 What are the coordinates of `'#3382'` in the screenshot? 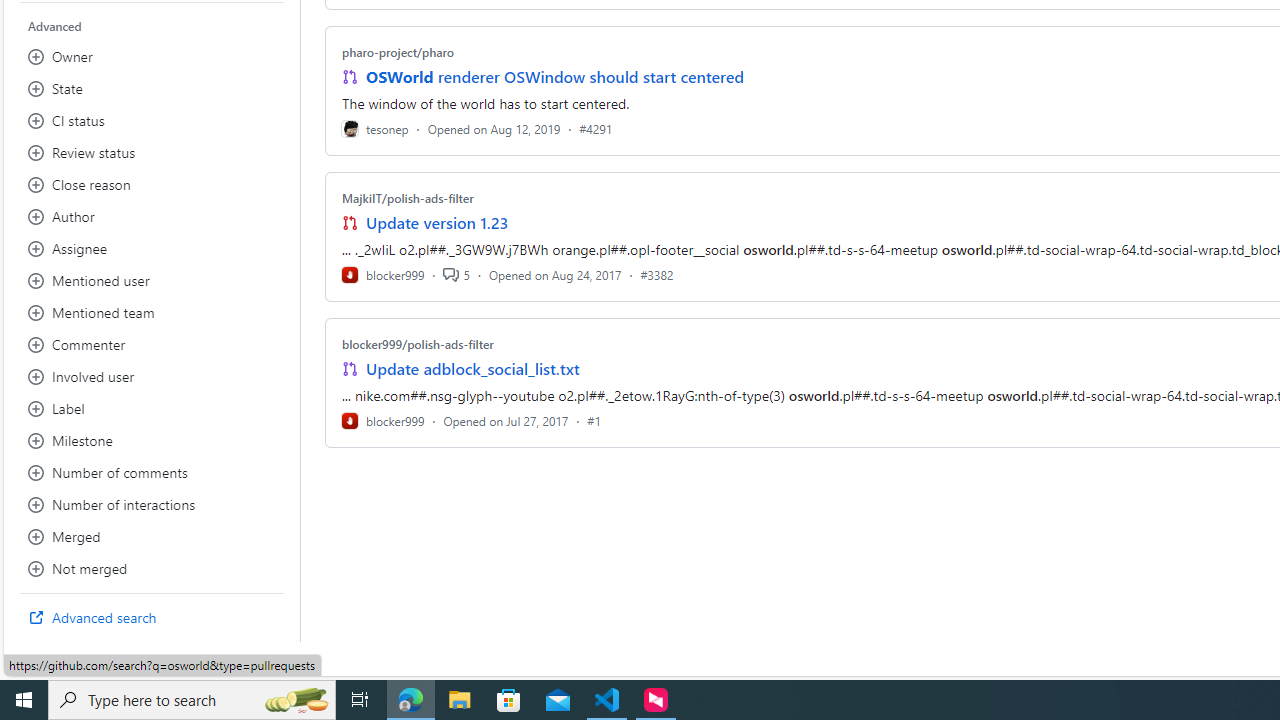 It's located at (657, 274).